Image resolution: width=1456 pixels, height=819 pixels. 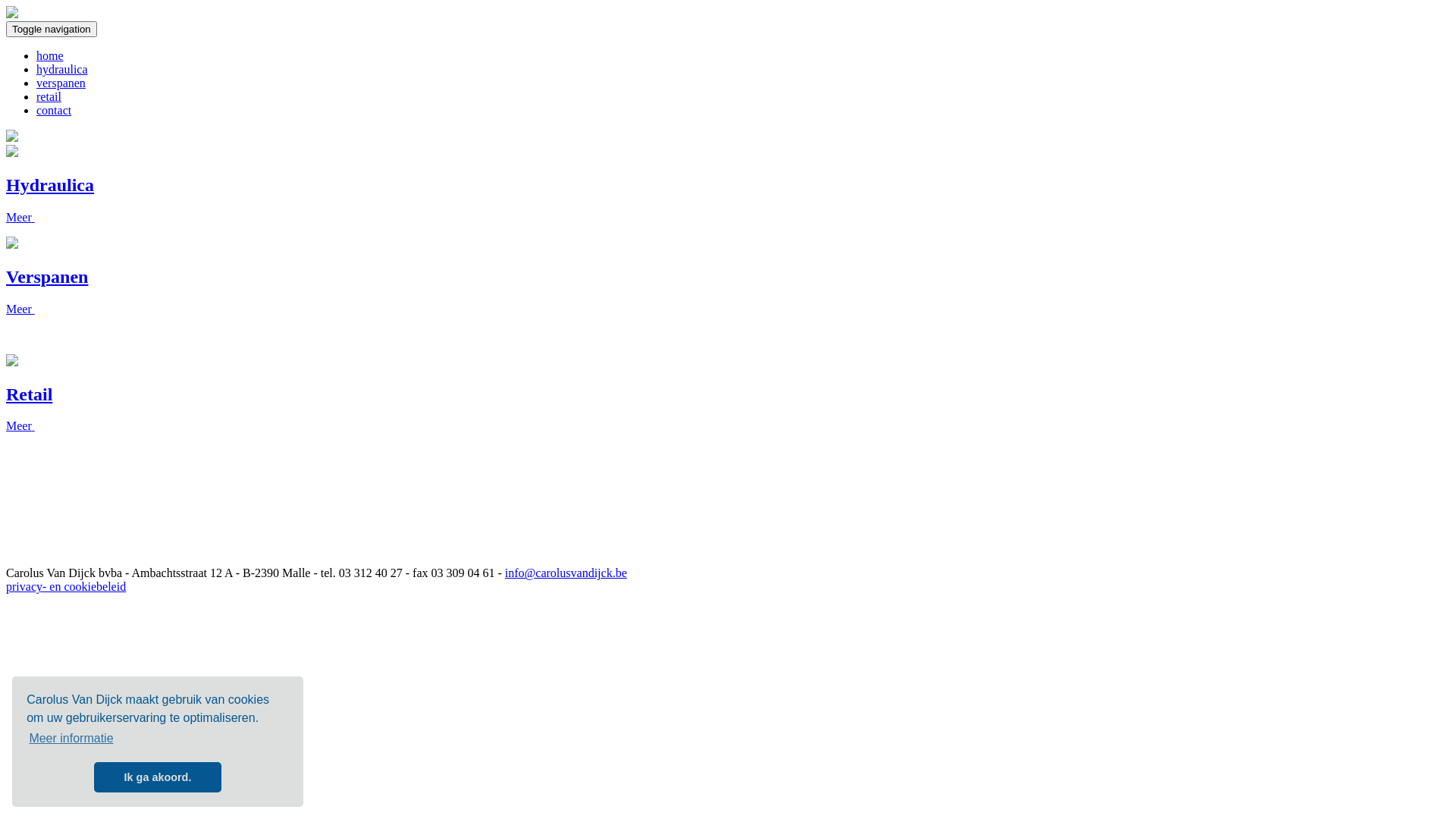 What do you see at coordinates (20, 425) in the screenshot?
I see `'Meer '` at bounding box center [20, 425].